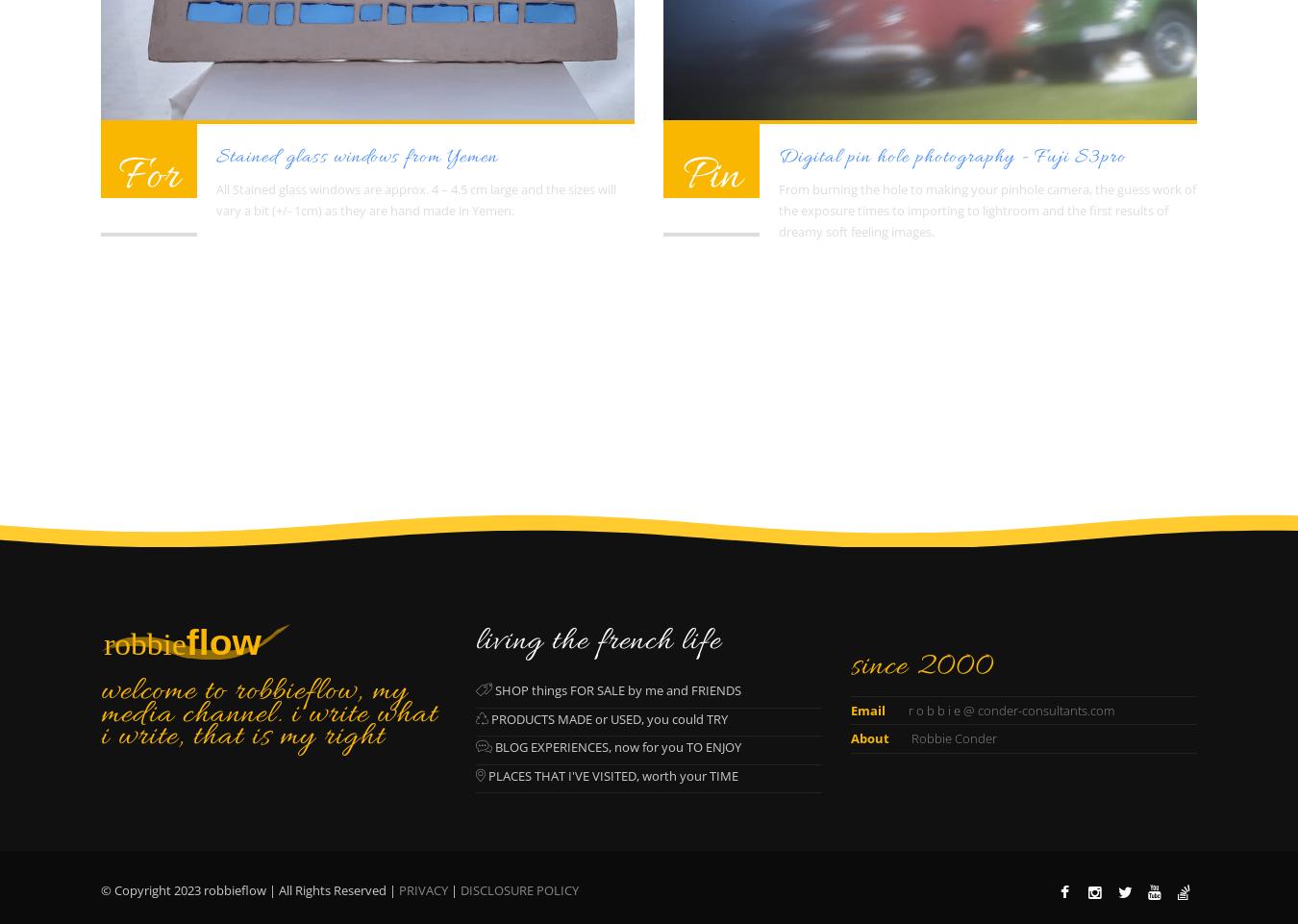 This screenshot has width=1298, height=924. What do you see at coordinates (907, 737) in the screenshot?
I see `'Robbie Conder'` at bounding box center [907, 737].